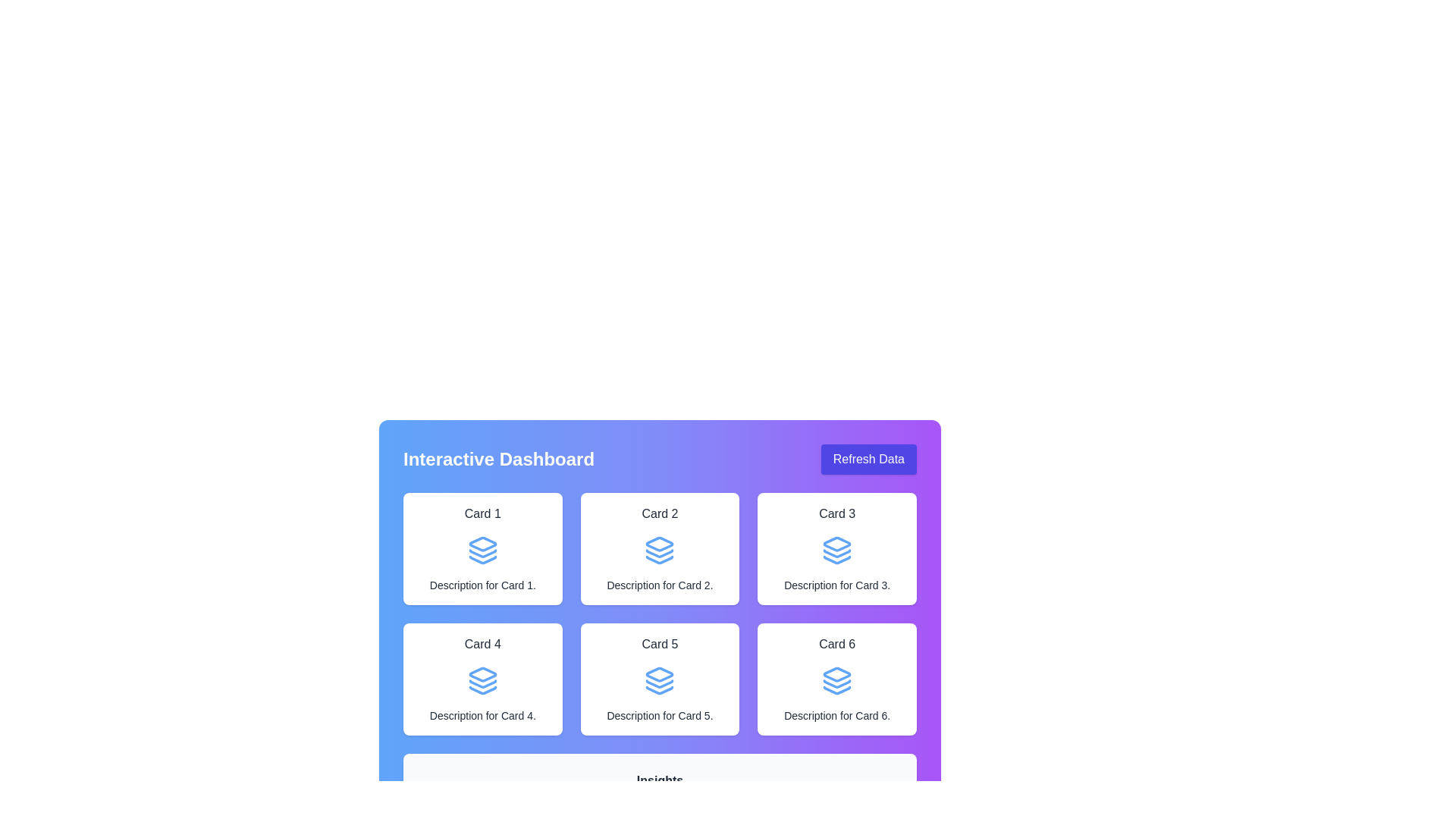 The width and height of the screenshot is (1456, 819). I want to click on the decorative icon representing layers or hierarchies located in the first card titled 'Card 1' on the top row of the card grid layout, so click(482, 550).